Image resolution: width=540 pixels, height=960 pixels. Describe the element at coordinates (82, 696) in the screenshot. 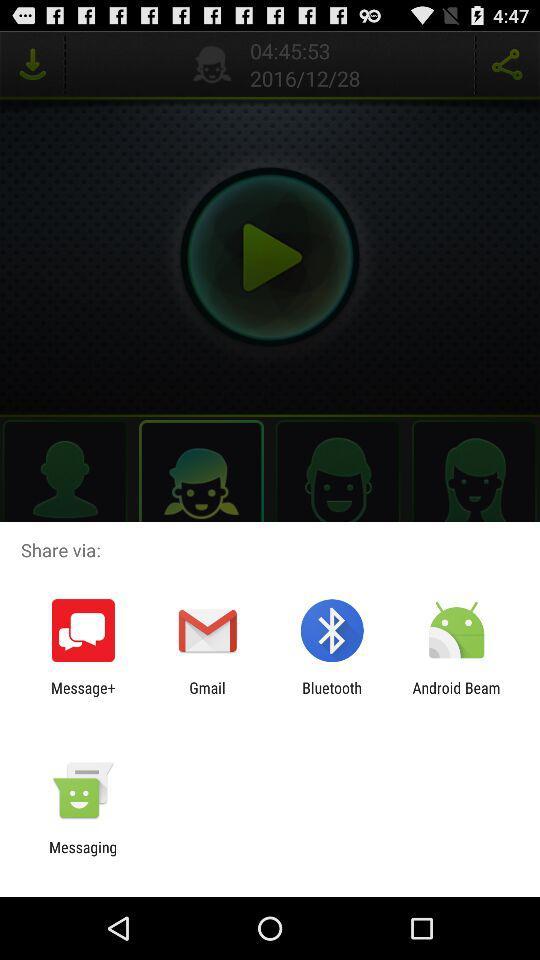

I see `the message+` at that location.